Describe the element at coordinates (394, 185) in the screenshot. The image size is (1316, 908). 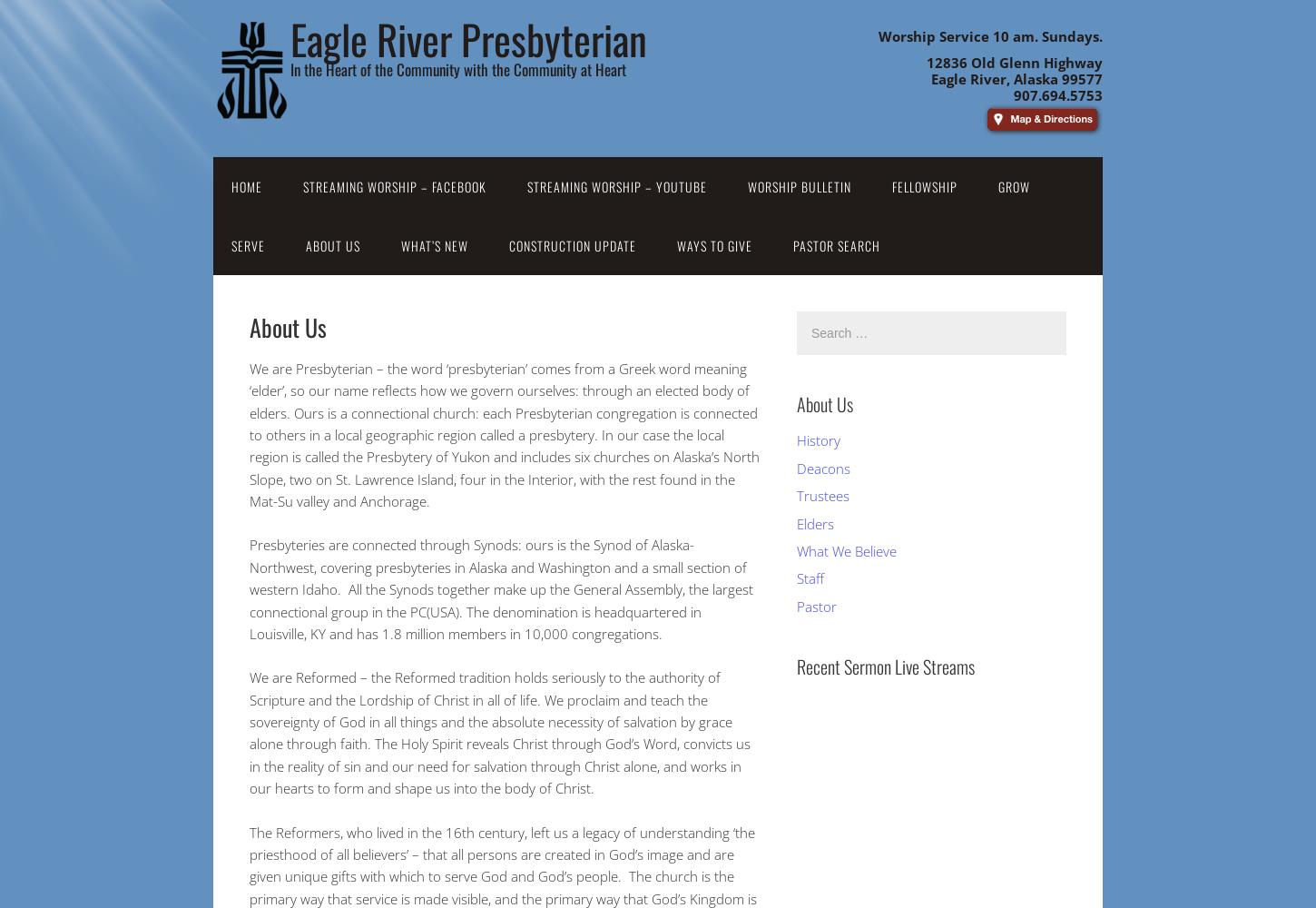
I see `'Streaming Worship – Facebook'` at that location.